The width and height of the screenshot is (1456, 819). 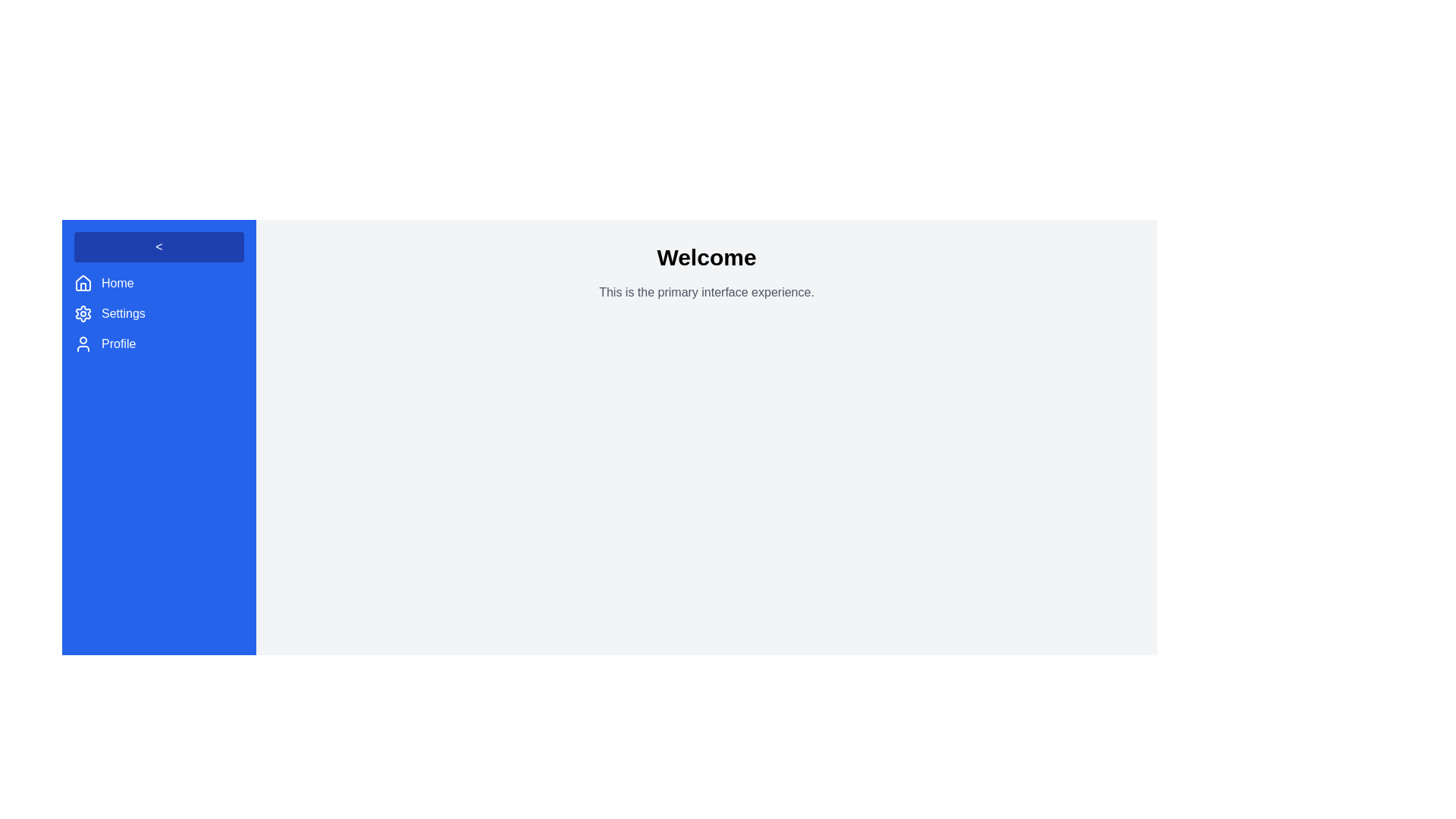 I want to click on the 'Home' icon located at the top of the left sidebar, so click(x=83, y=284).